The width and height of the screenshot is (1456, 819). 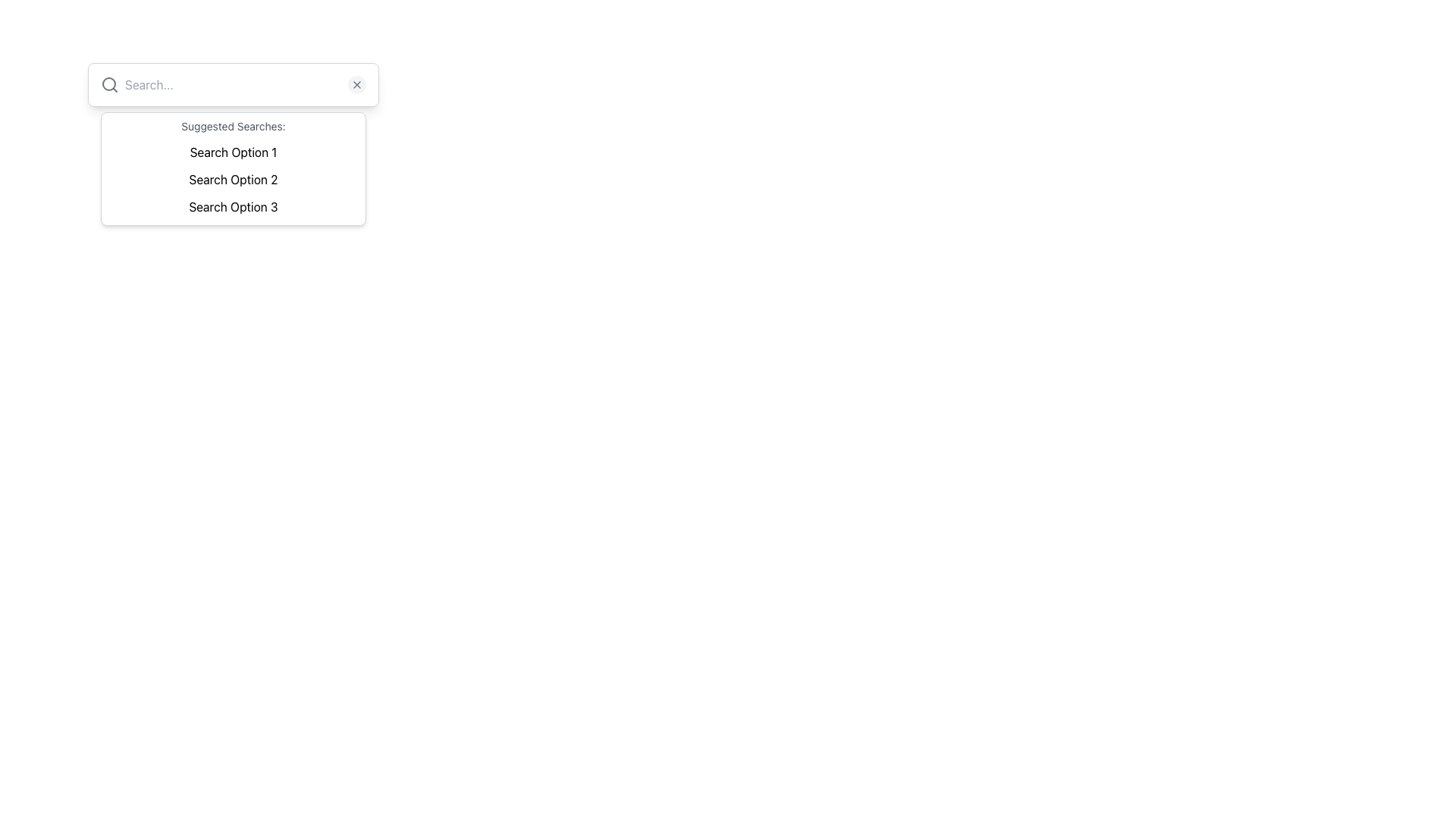 What do you see at coordinates (356, 84) in the screenshot?
I see `the circular button with a gray background and 'X' icon at the far right of the search bar to clear the search field` at bounding box center [356, 84].